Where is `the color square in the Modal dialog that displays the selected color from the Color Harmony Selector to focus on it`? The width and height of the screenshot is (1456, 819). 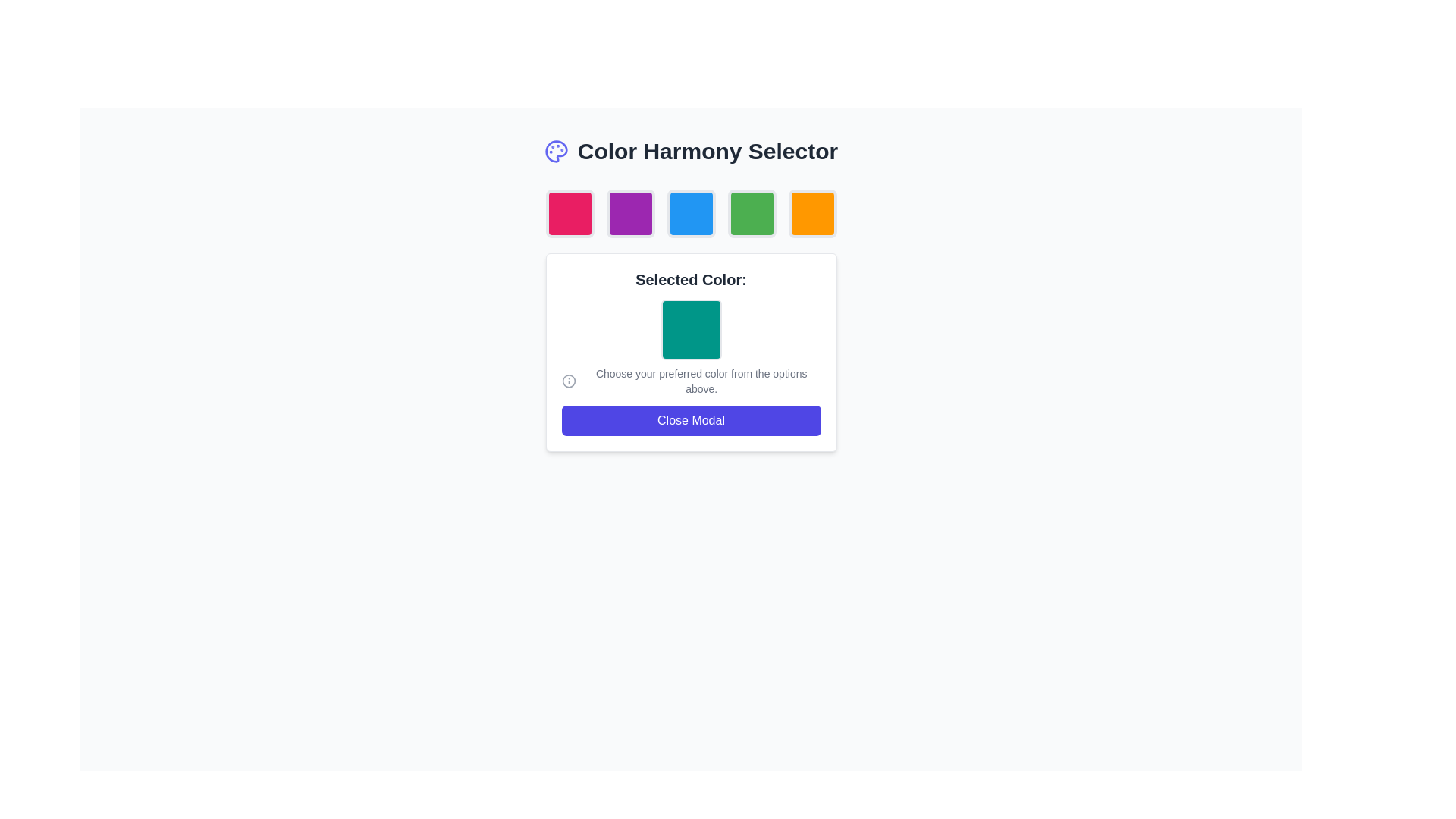 the color square in the Modal dialog that displays the selected color from the Color Harmony Selector to focus on it is located at coordinates (690, 320).